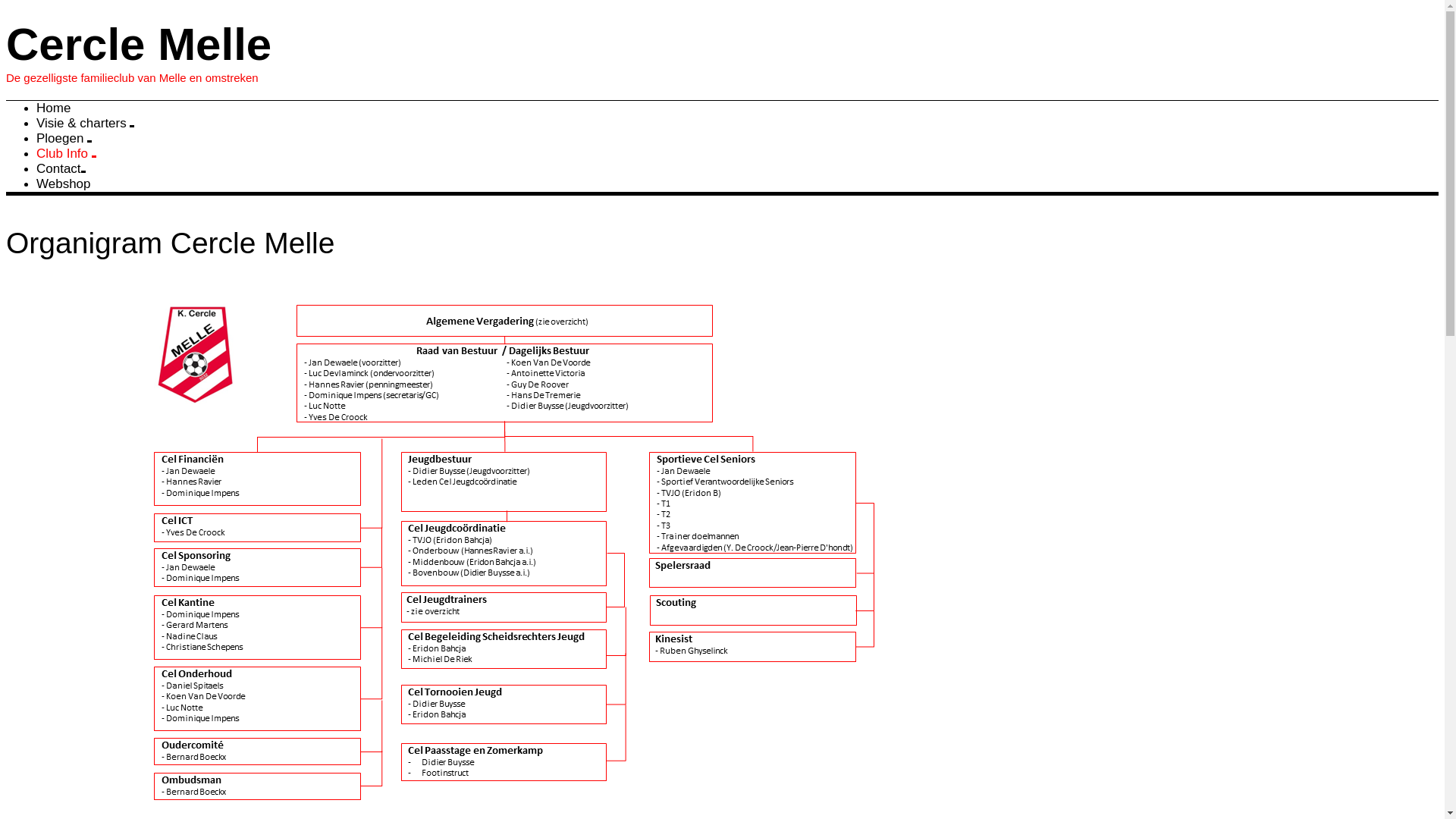 This screenshot has width=1456, height=819. What do you see at coordinates (63, 138) in the screenshot?
I see `'Ploegen'` at bounding box center [63, 138].